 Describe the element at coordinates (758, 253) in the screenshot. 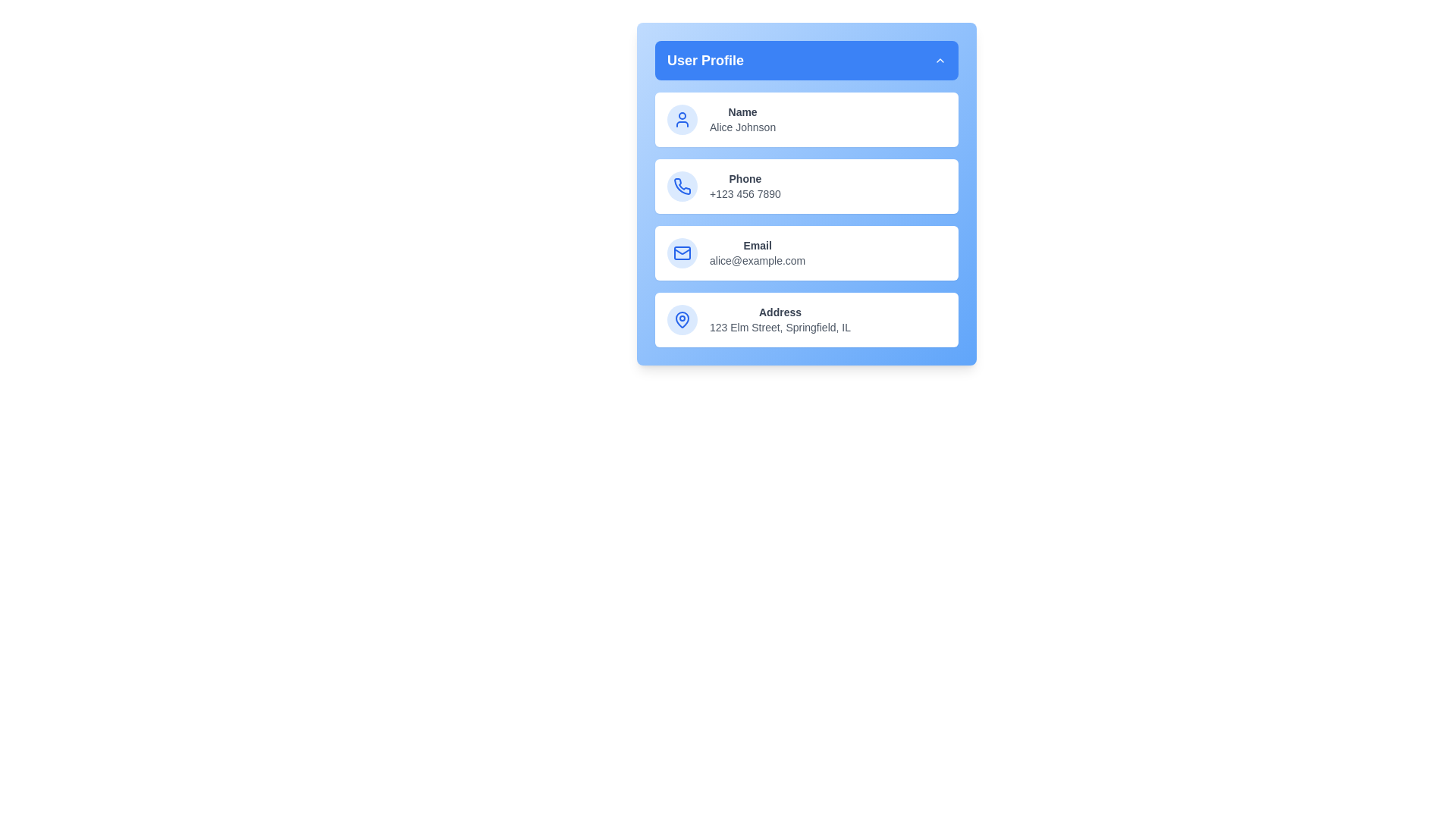

I see `the Text display component that shows 'Email' and 'alice@example.com', which is the third card in a list of user details, positioned between the 'Phone' and 'Address' cards` at that location.